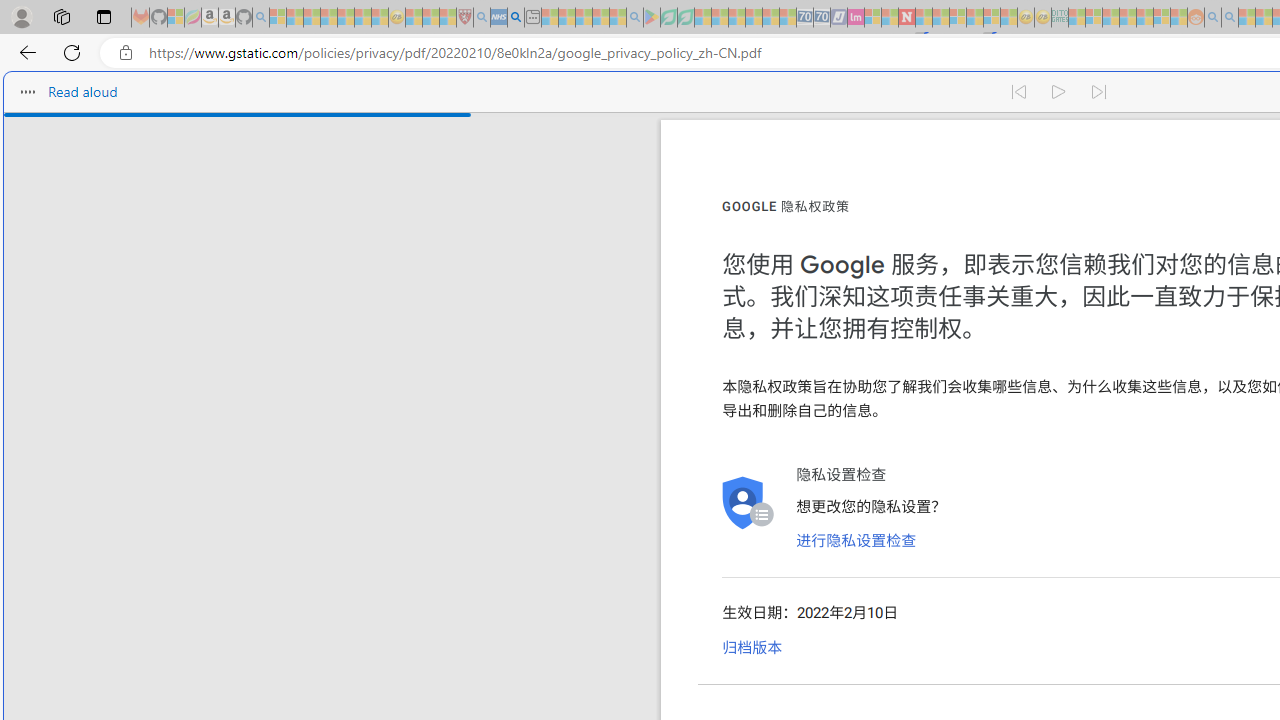 This screenshot has width=1280, height=720. I want to click on 'Continue to read aloud (Ctrl+Shift+U)', so click(1058, 92).